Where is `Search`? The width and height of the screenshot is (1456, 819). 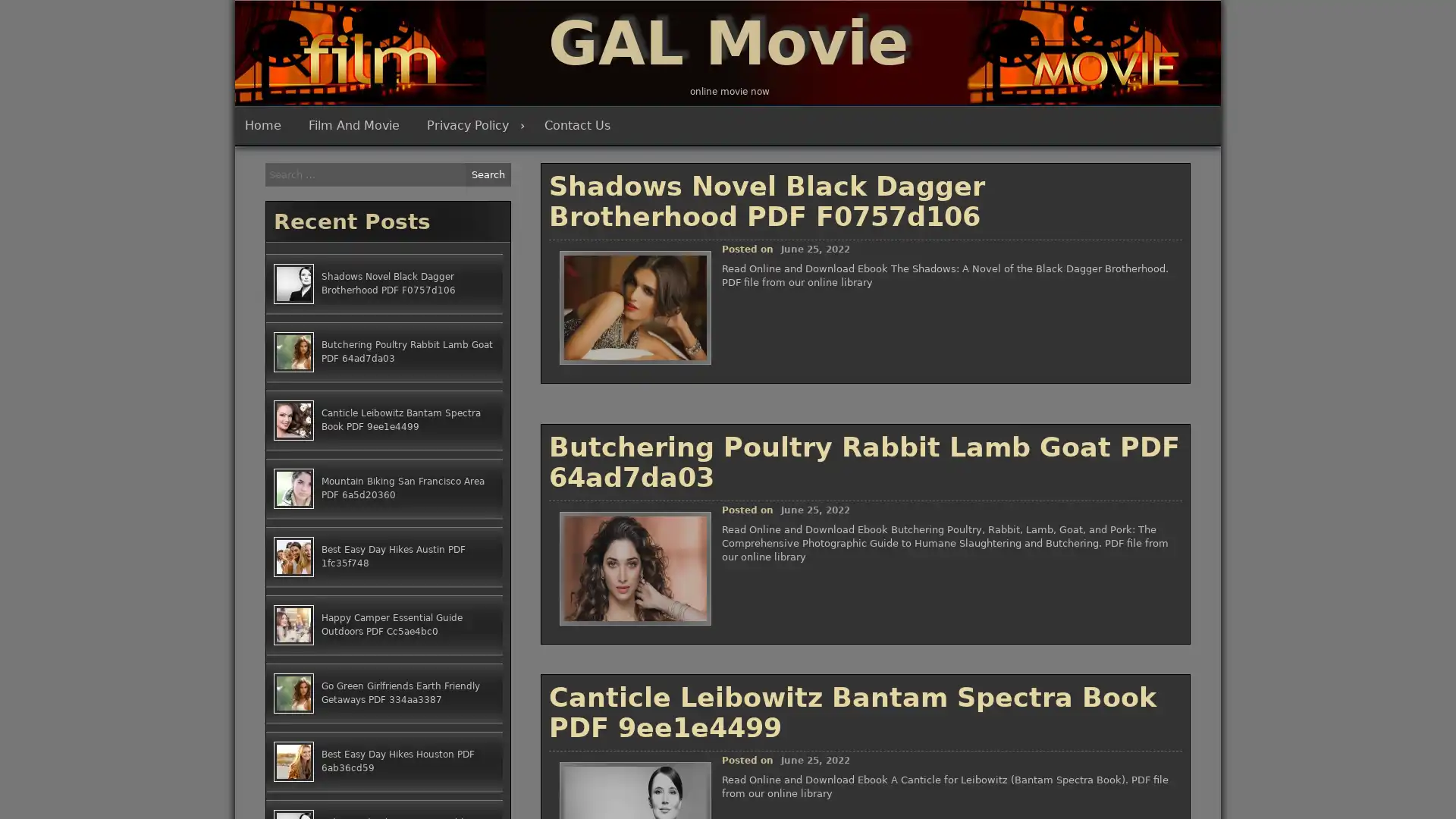 Search is located at coordinates (488, 174).